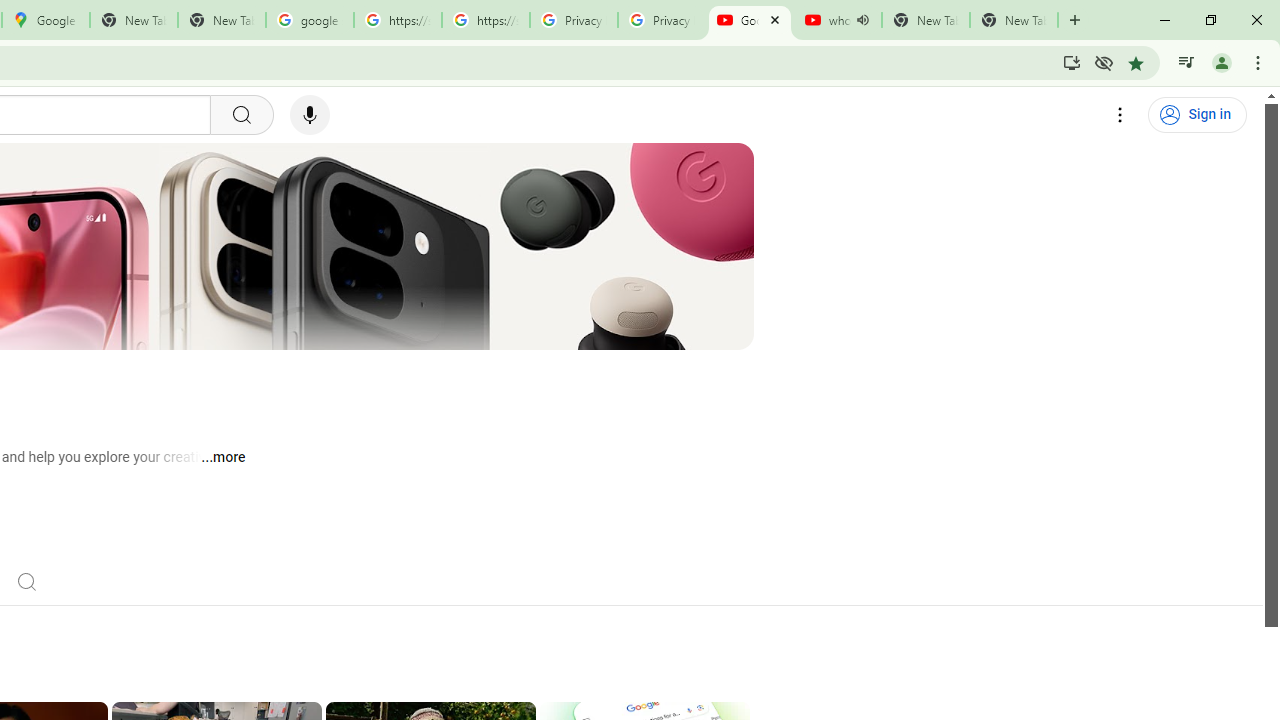  What do you see at coordinates (1185, 61) in the screenshot?
I see `'Control your music, videos, and more'` at bounding box center [1185, 61].